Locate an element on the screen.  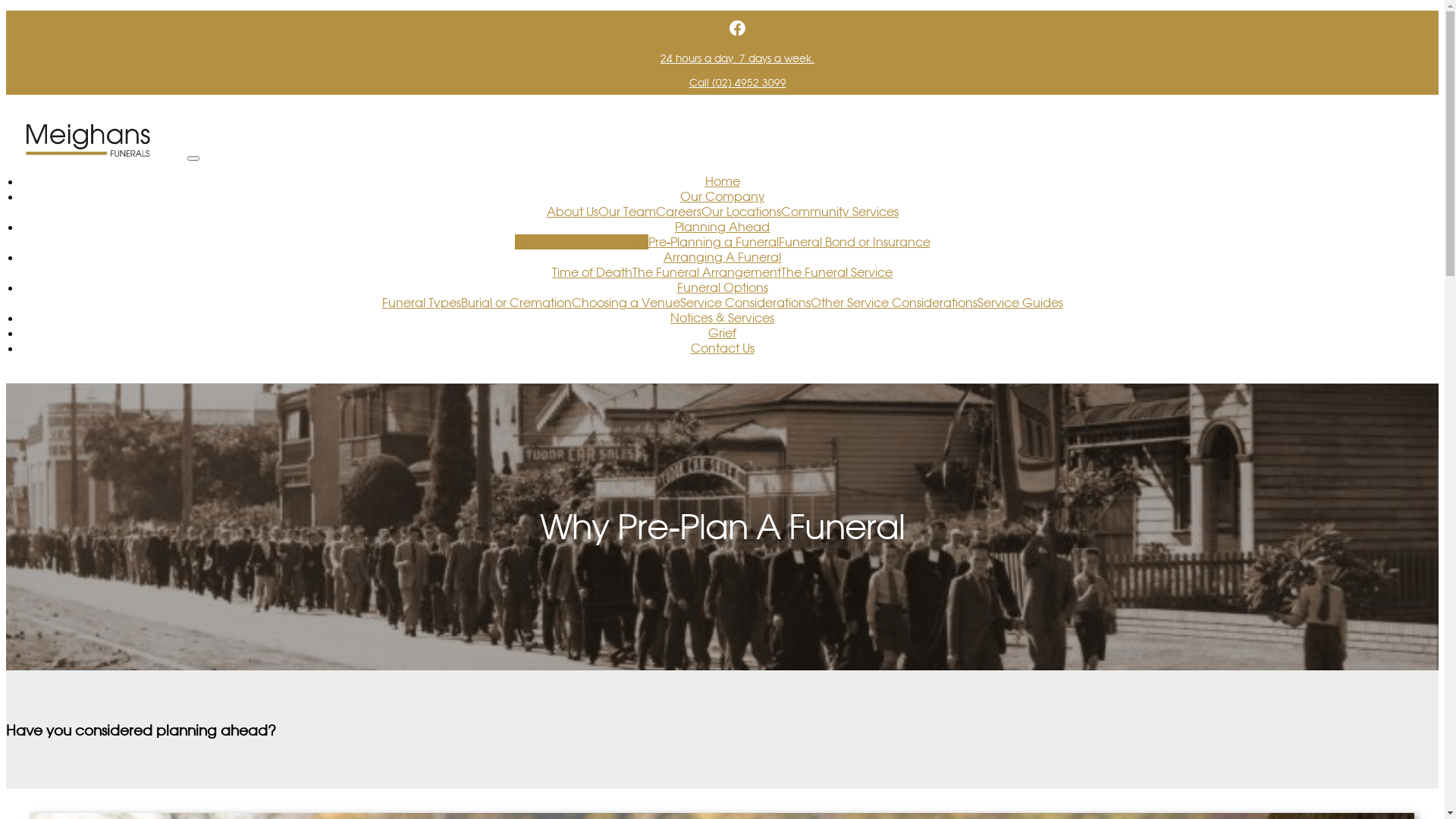
'Burial or Cremation' is located at coordinates (516, 302).